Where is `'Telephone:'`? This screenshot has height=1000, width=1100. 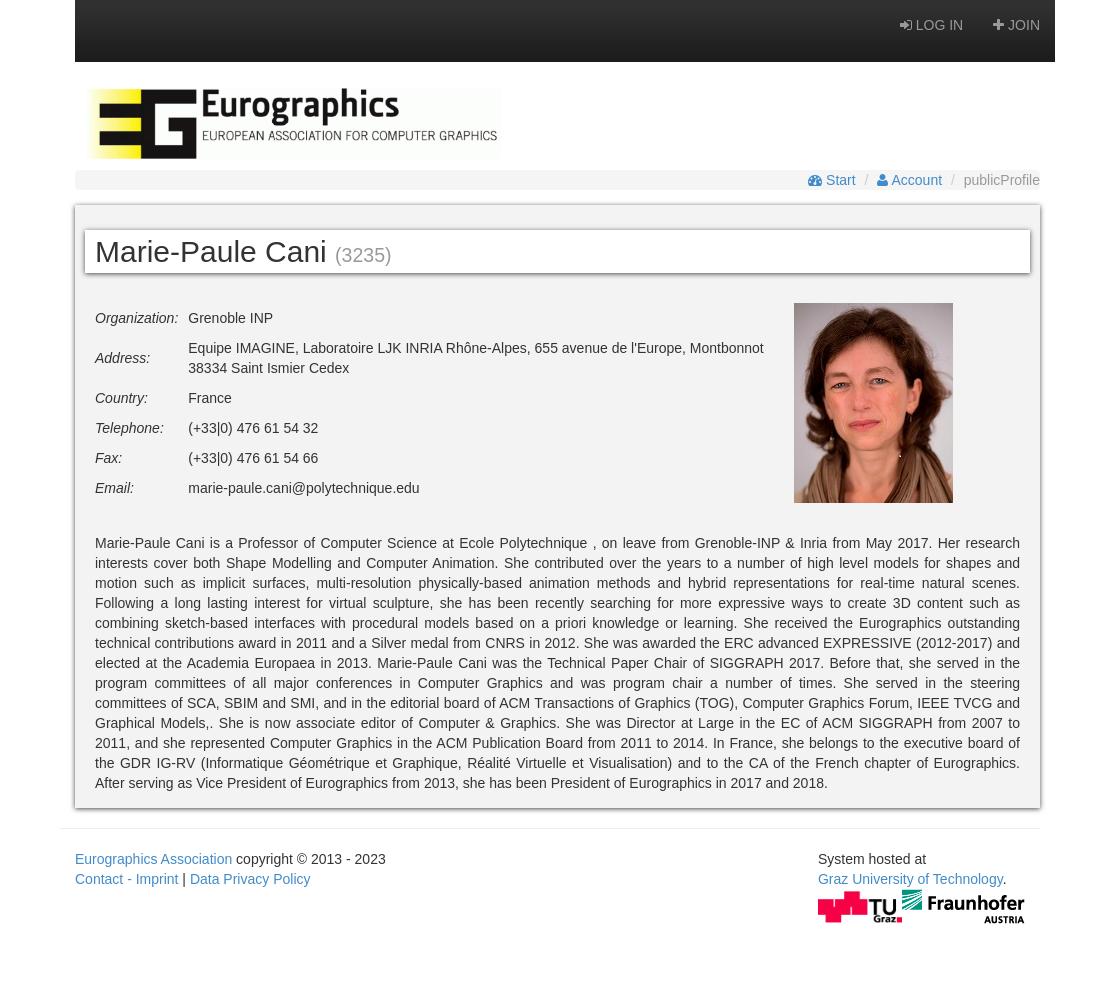 'Telephone:' is located at coordinates (129, 428).